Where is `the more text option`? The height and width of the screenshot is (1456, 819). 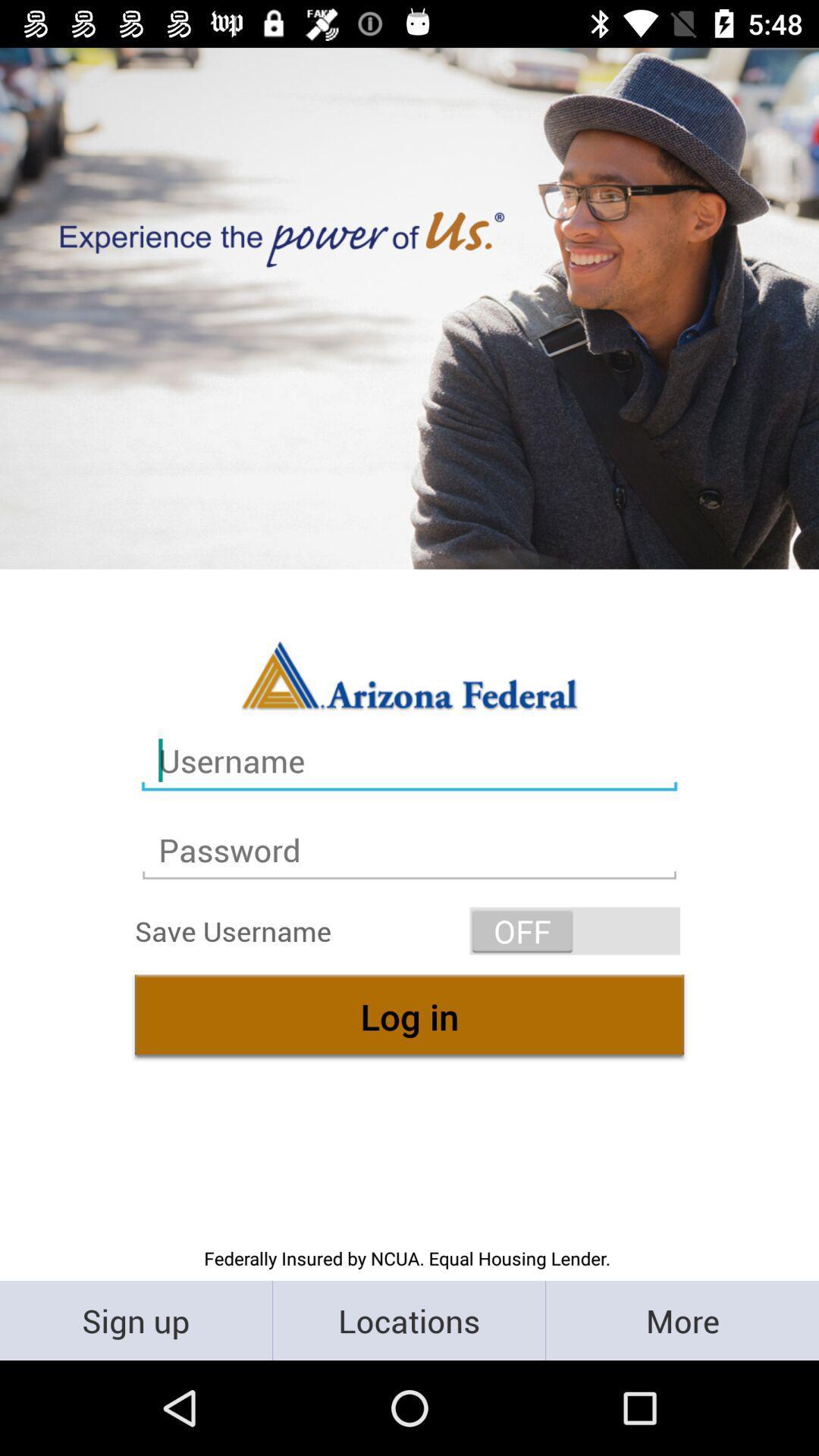
the more text option is located at coordinates (681, 1319).